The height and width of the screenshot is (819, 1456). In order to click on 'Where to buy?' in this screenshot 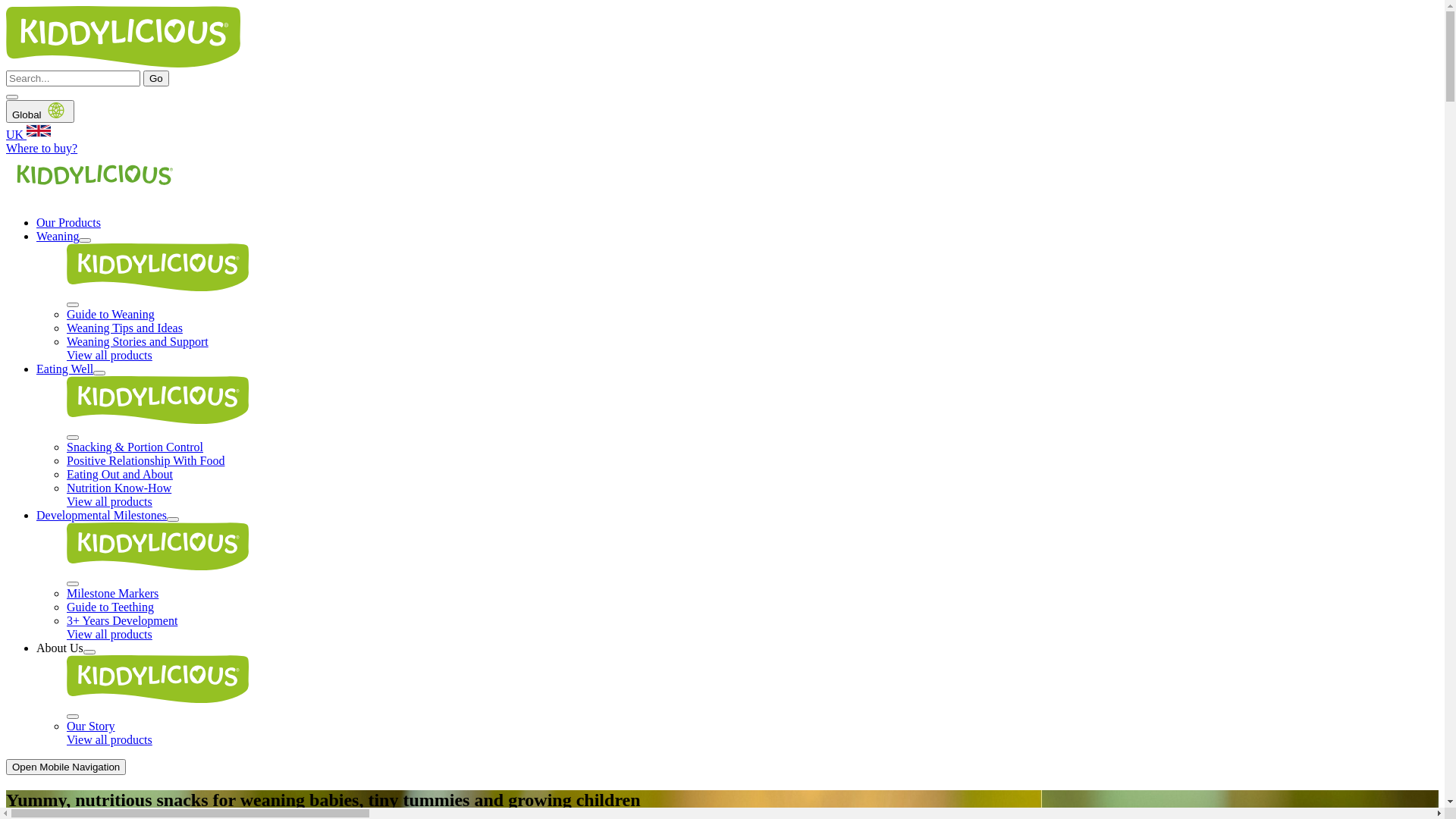, I will do `click(6, 148)`.